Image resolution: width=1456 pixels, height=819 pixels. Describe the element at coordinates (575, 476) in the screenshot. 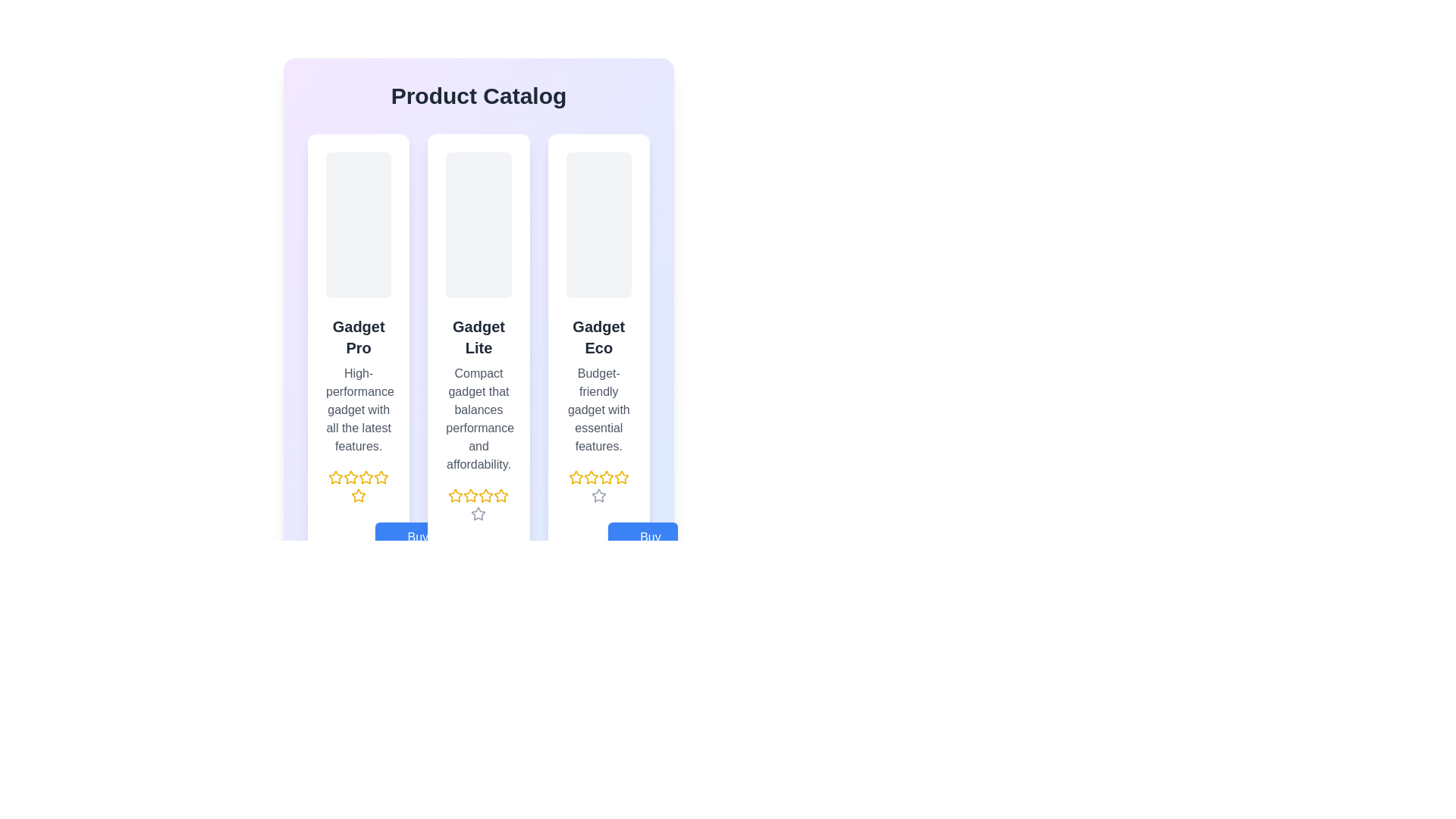

I see `the leftmost yellow star icon` at that location.